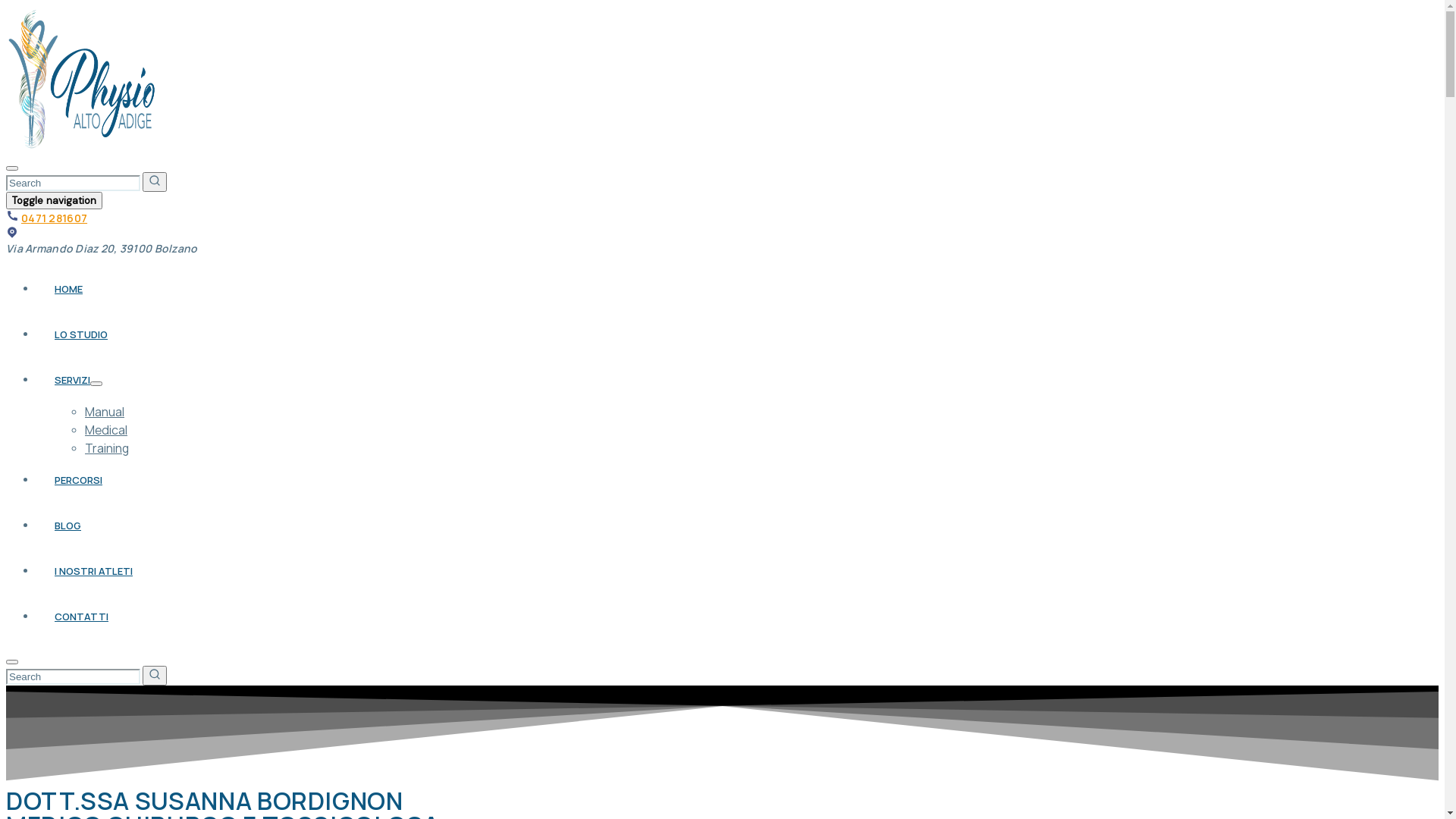 Image resolution: width=1456 pixels, height=819 pixels. What do you see at coordinates (5, 5) in the screenshot?
I see `'Skip to Content'` at bounding box center [5, 5].